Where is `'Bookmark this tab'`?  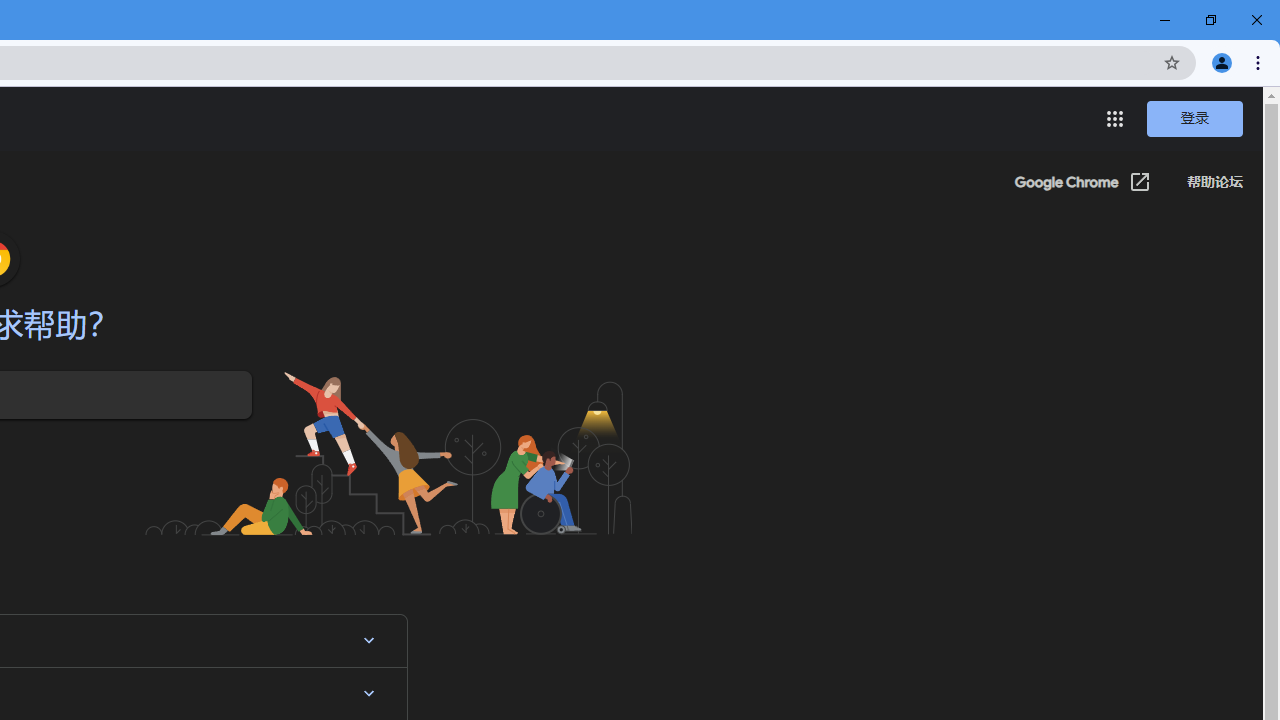
'Bookmark this tab' is located at coordinates (1171, 61).